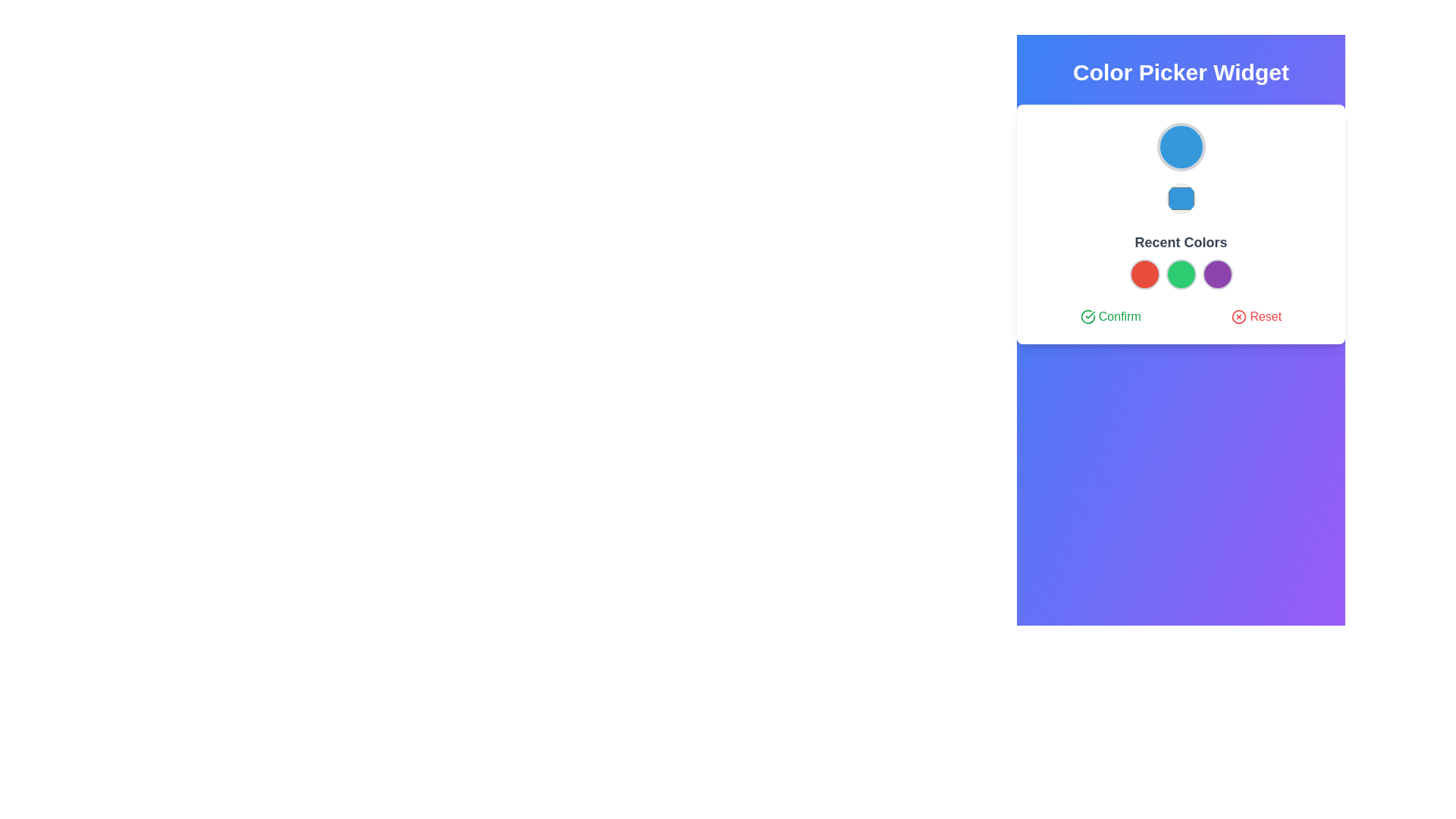  Describe the element at coordinates (1180, 259) in the screenshot. I see `the middle circular green color swatch in the 'Recent Colors' section` at that location.